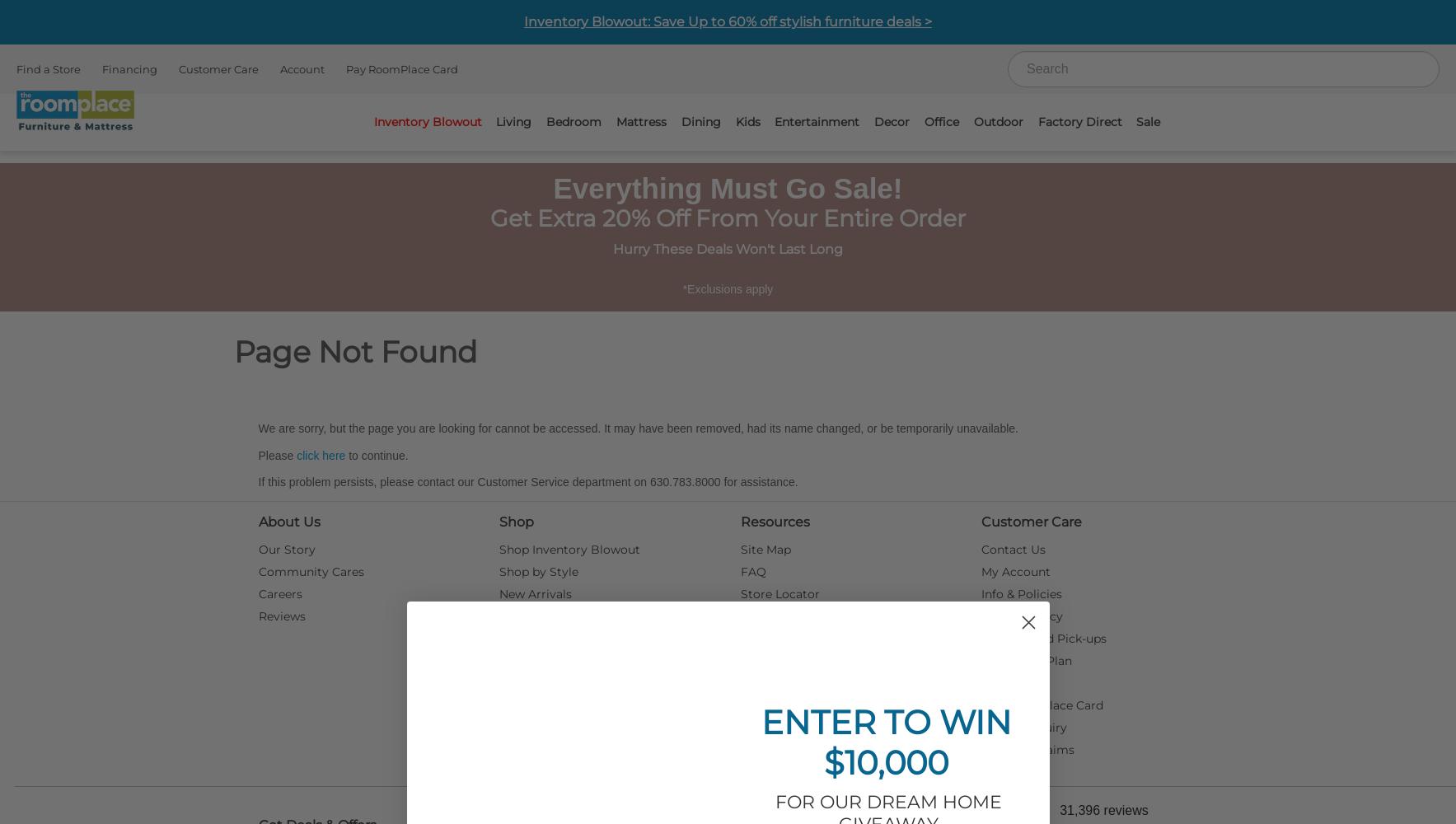 The width and height of the screenshot is (1456, 824). Describe the element at coordinates (869, 194) in the screenshot. I see `'Beds'` at that location.